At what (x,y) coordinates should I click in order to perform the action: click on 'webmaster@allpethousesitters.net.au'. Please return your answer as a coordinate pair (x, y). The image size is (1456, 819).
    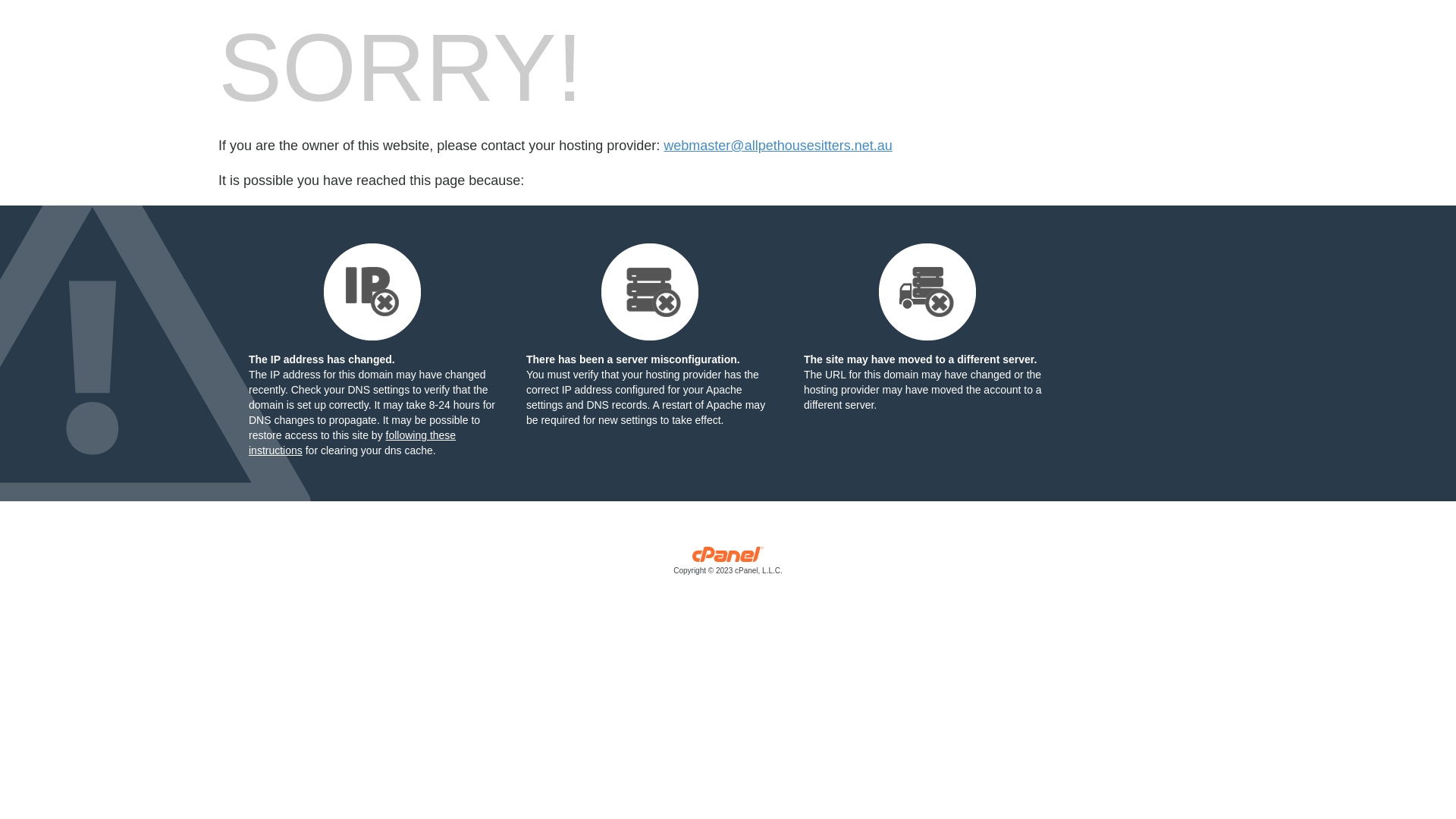
    Looking at the image, I should click on (777, 146).